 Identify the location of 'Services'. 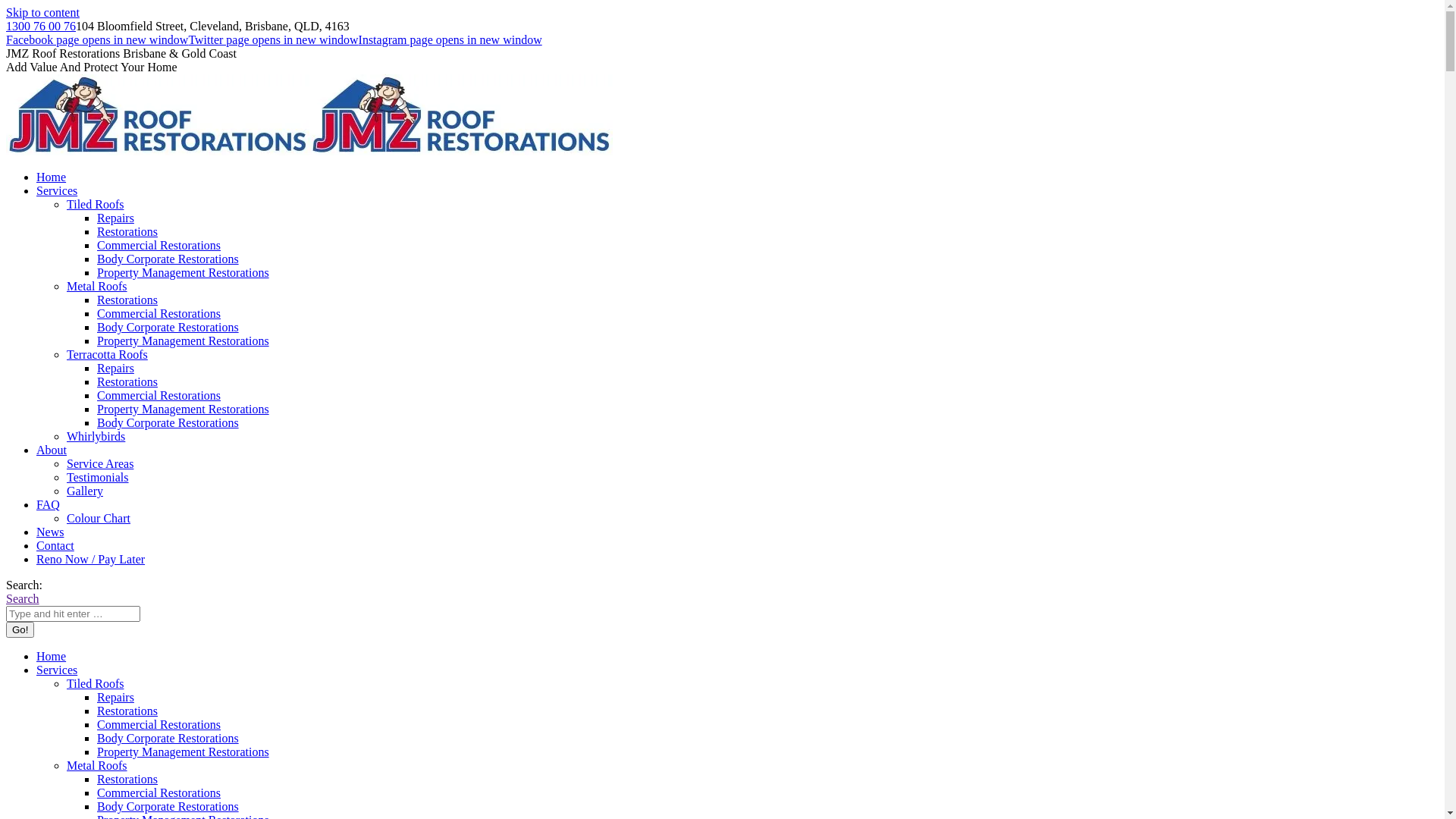
(36, 669).